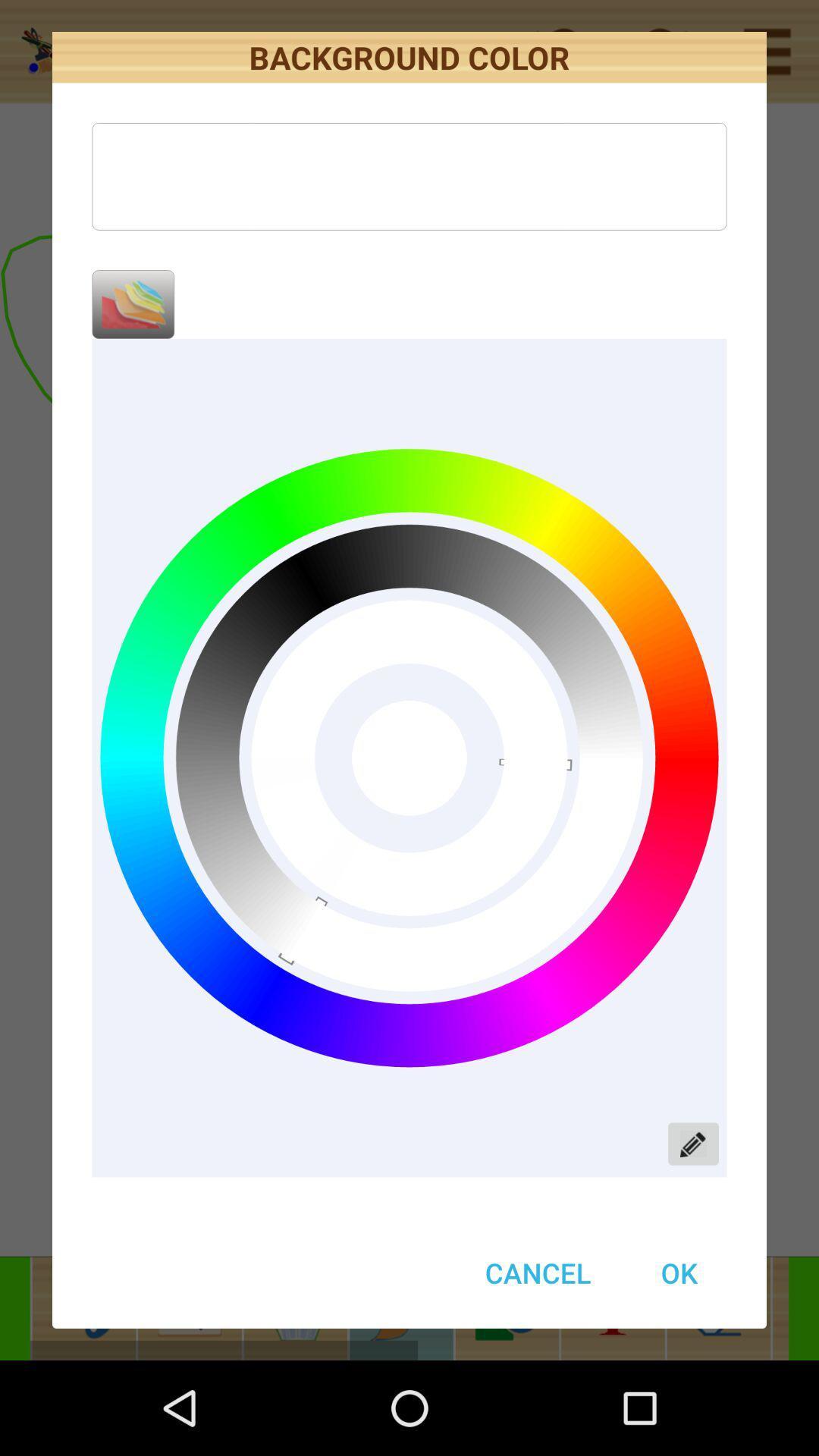 Image resolution: width=819 pixels, height=1456 pixels. I want to click on the item next to the cancel icon, so click(678, 1272).